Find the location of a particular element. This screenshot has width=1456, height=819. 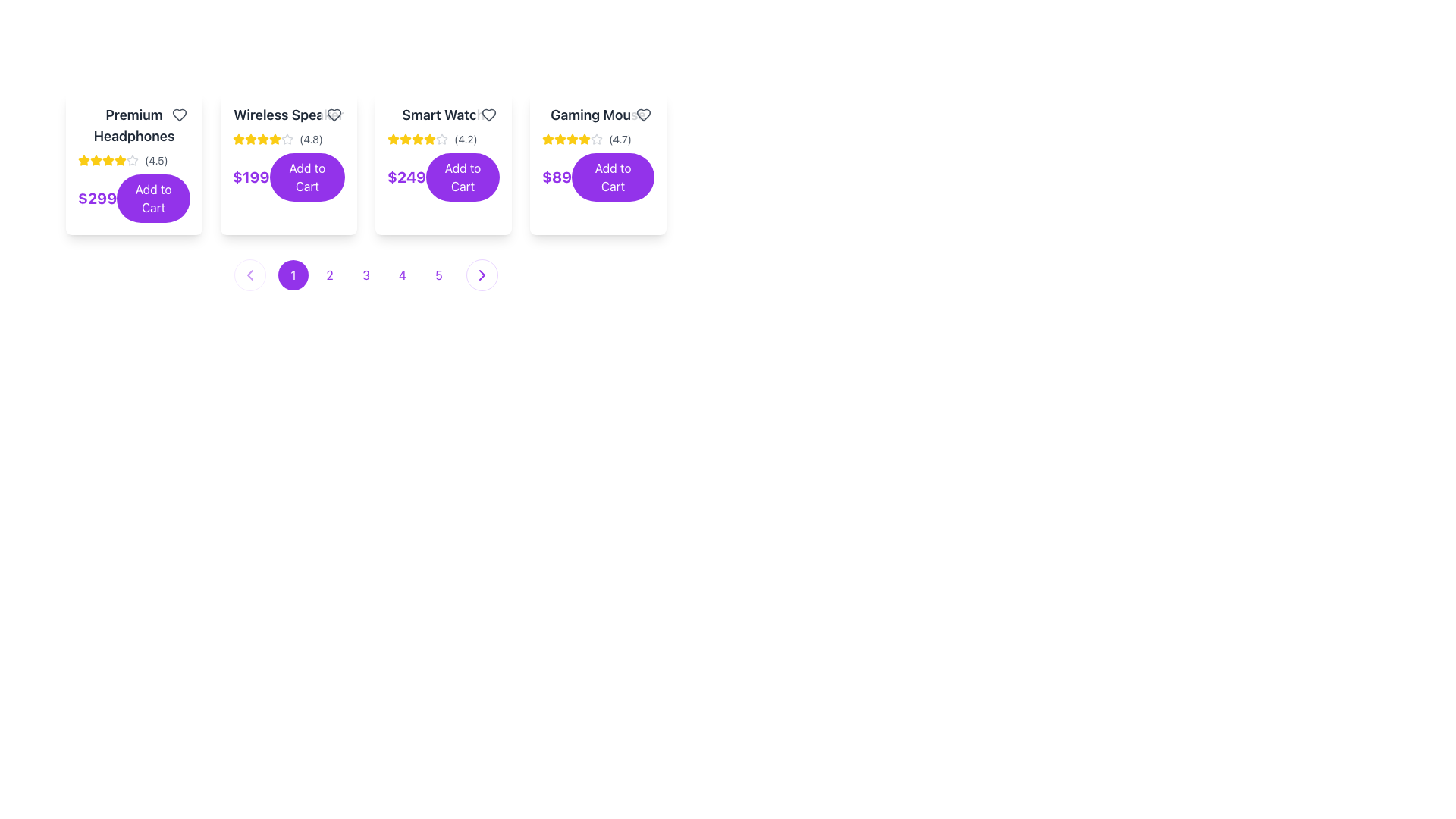

the fifth star icon in the rating system, which is a small, yellow star-shaped icon located beneath the title 'Premium Headphones' on the leftmost product card is located at coordinates (119, 161).